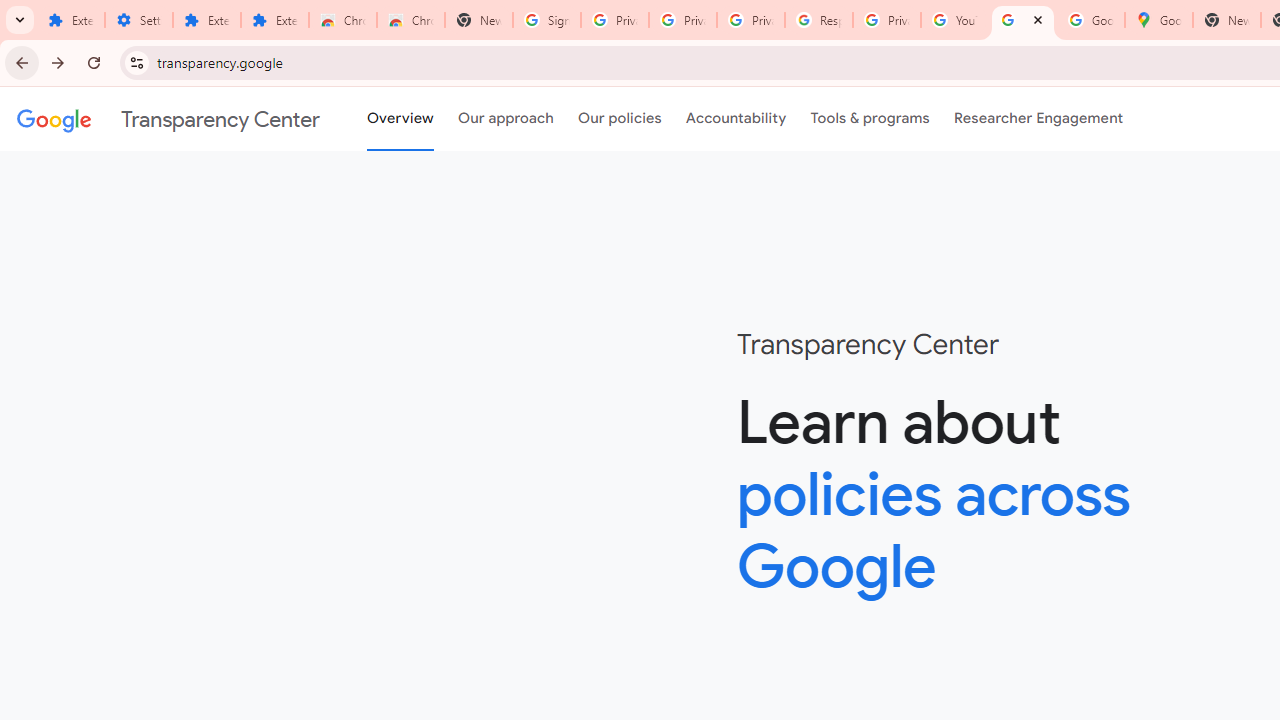  Describe the element at coordinates (506, 119) in the screenshot. I see `'Our approach'` at that location.